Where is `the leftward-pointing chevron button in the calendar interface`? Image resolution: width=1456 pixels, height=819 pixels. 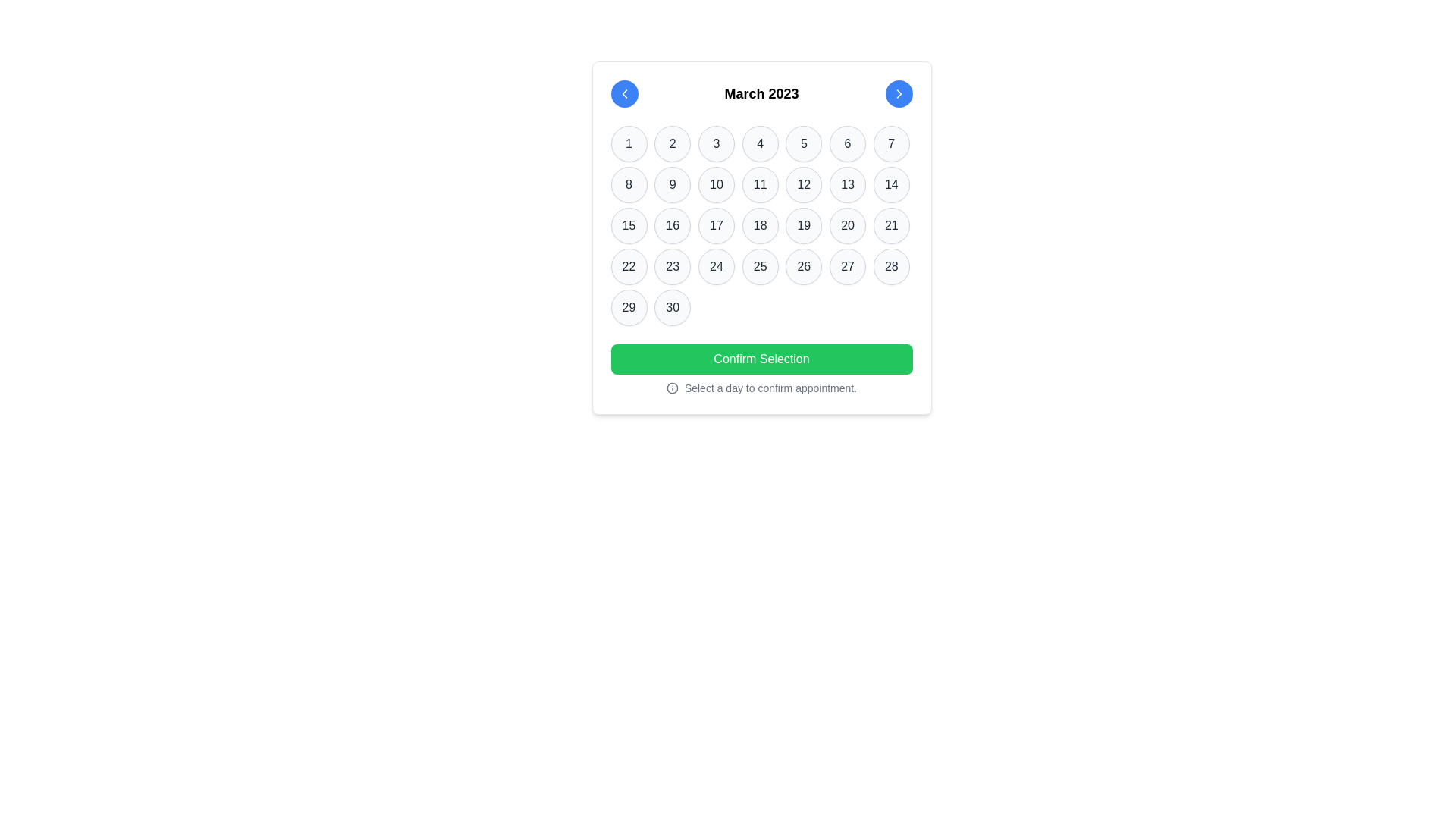 the leftward-pointing chevron button in the calendar interface is located at coordinates (624, 93).